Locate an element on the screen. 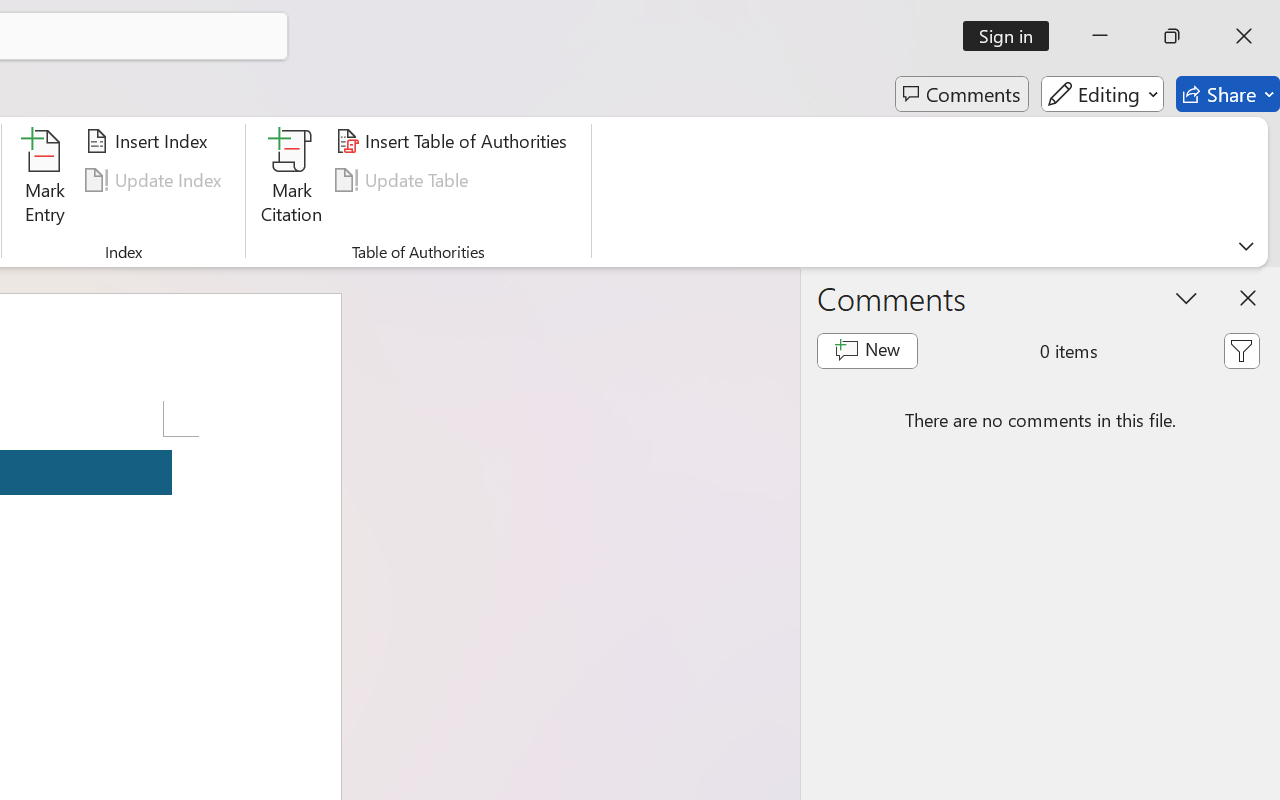 This screenshot has height=800, width=1280. 'Insert Table of Authorities...' is located at coordinates (453, 141).